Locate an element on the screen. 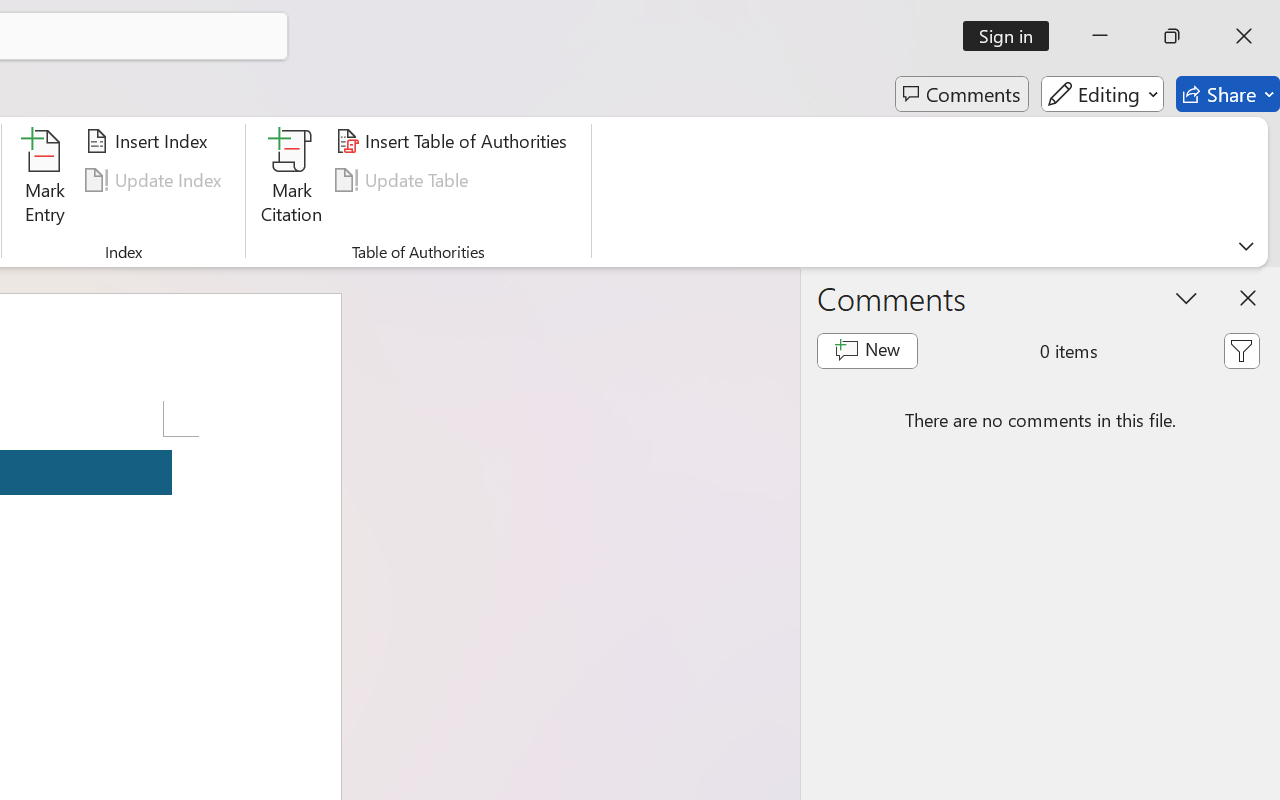 This screenshot has height=800, width=1280. 'Insert Table of Authorities...' is located at coordinates (453, 141).